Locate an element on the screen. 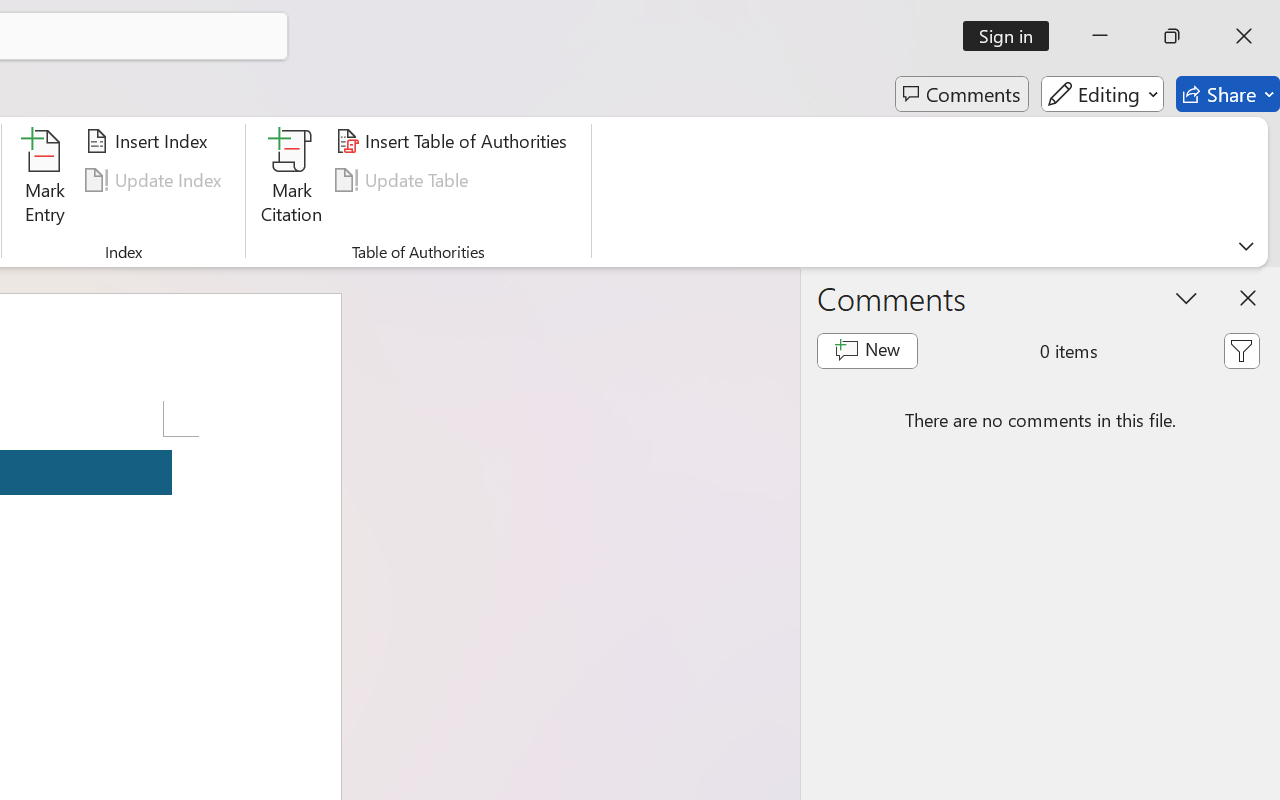 This screenshot has height=800, width=1280. 'Insert Table of Authorities...' is located at coordinates (453, 141).